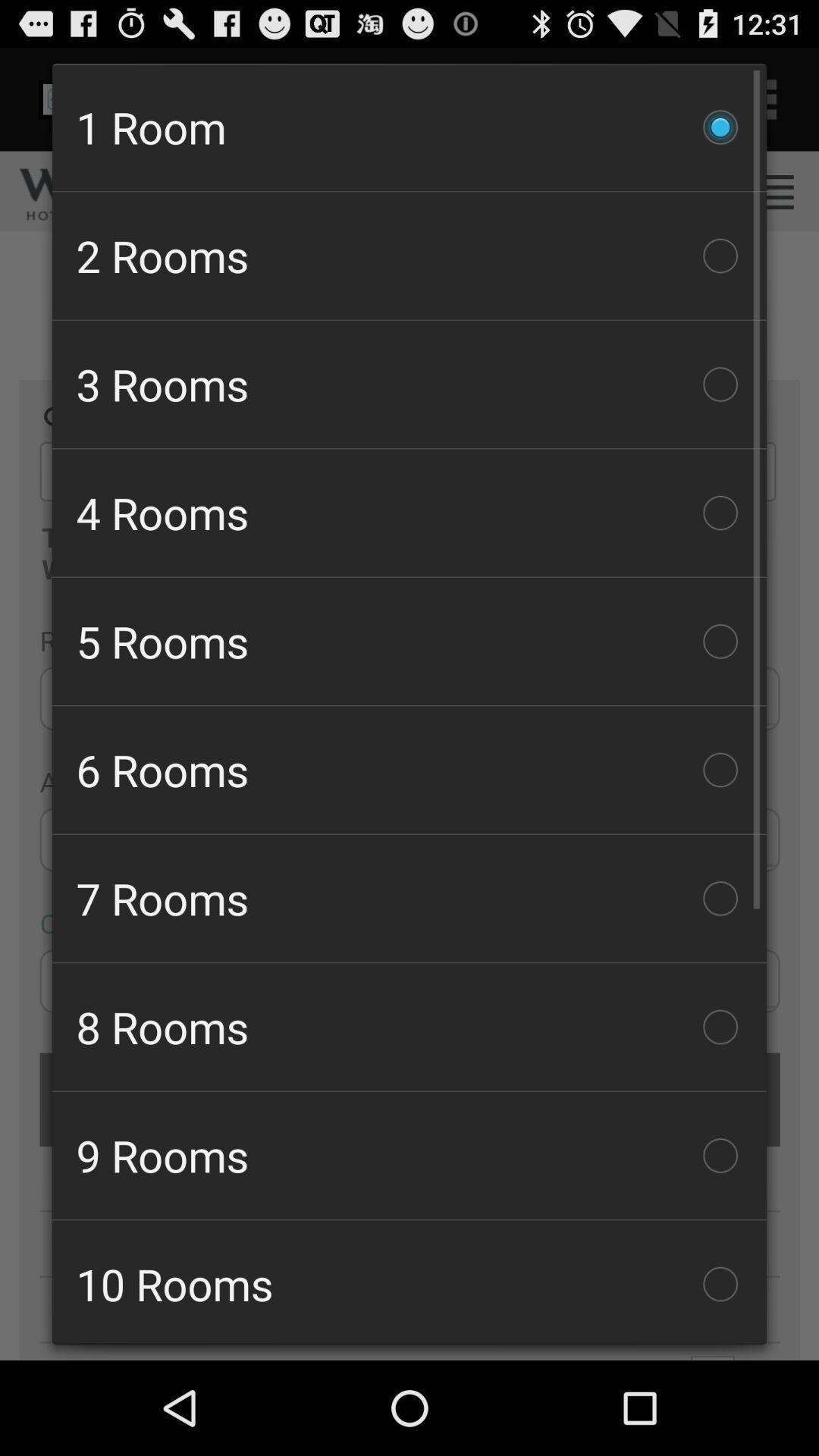 This screenshot has height=1456, width=819. I want to click on icon above the 7 rooms item, so click(409, 770).